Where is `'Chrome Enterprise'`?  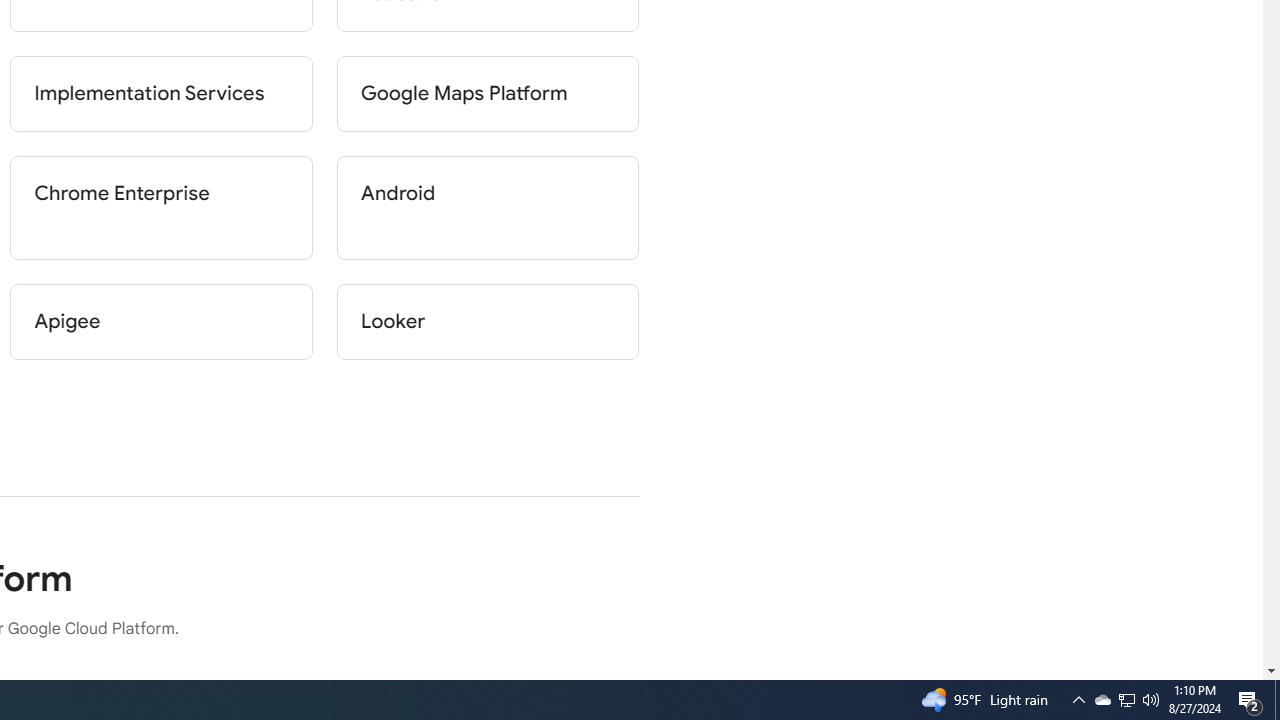 'Chrome Enterprise' is located at coordinates (161, 208).